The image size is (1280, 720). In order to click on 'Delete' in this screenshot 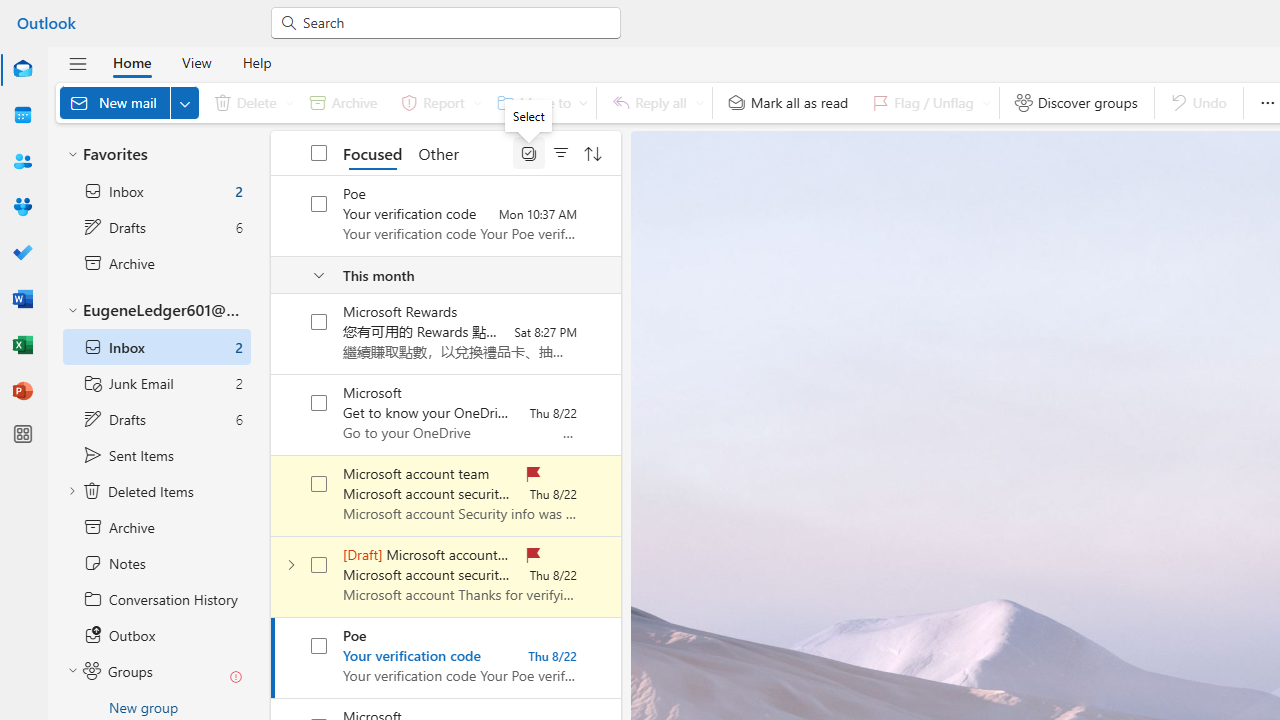, I will do `click(249, 102)`.